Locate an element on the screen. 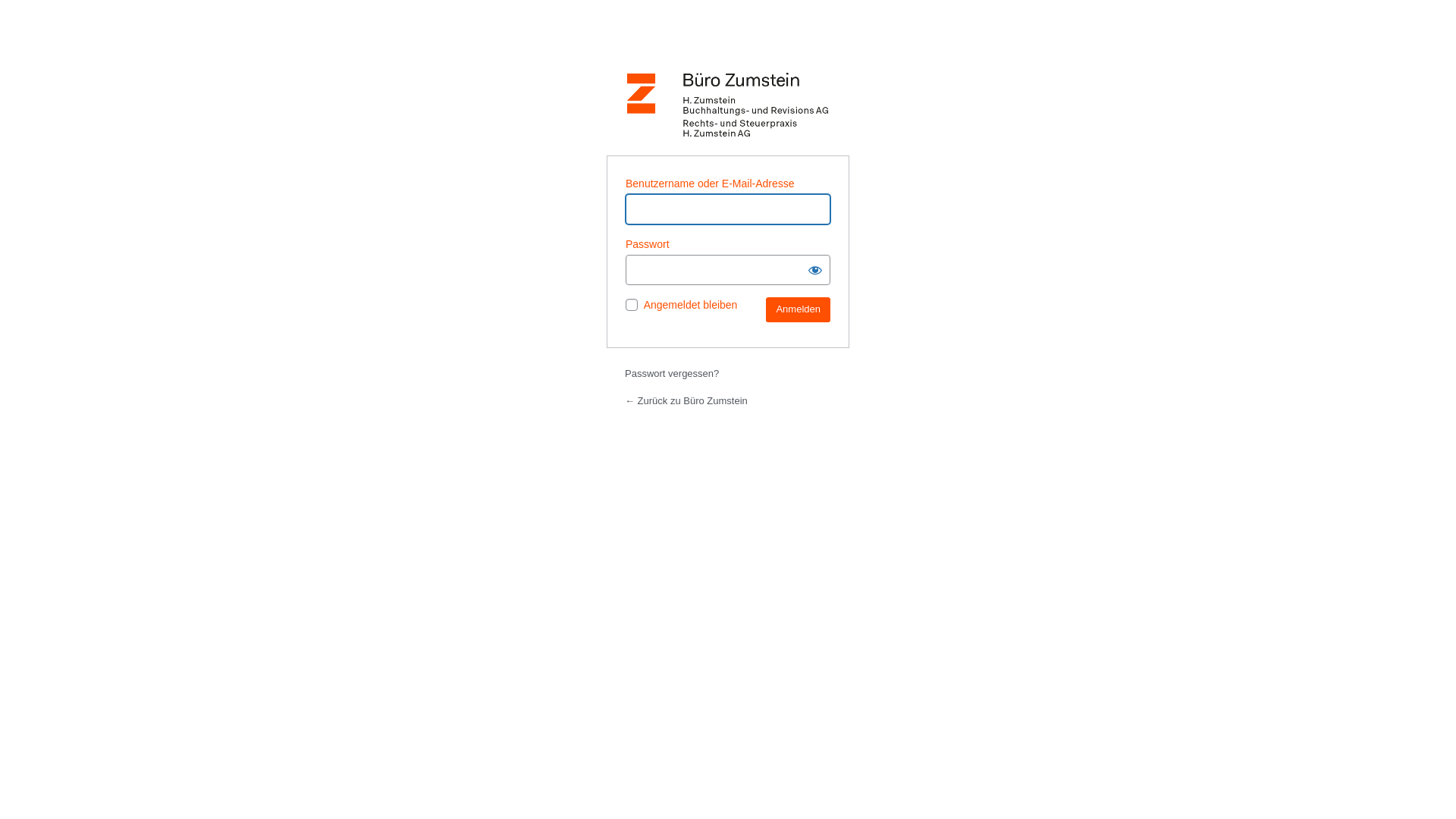  'Anmelden' is located at coordinates (797, 309).